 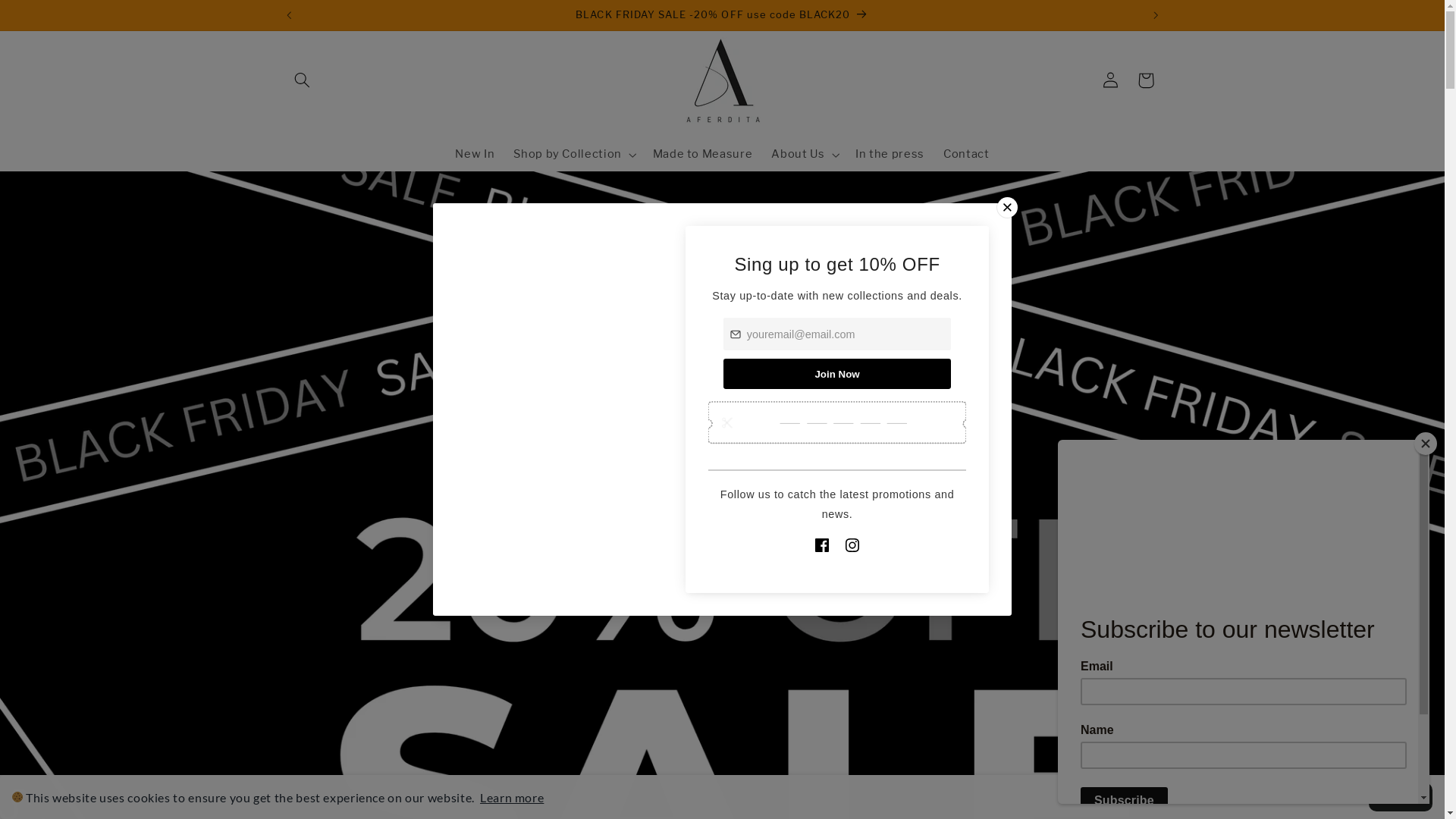 What do you see at coordinates (1128, 80) in the screenshot?
I see `'Cart'` at bounding box center [1128, 80].